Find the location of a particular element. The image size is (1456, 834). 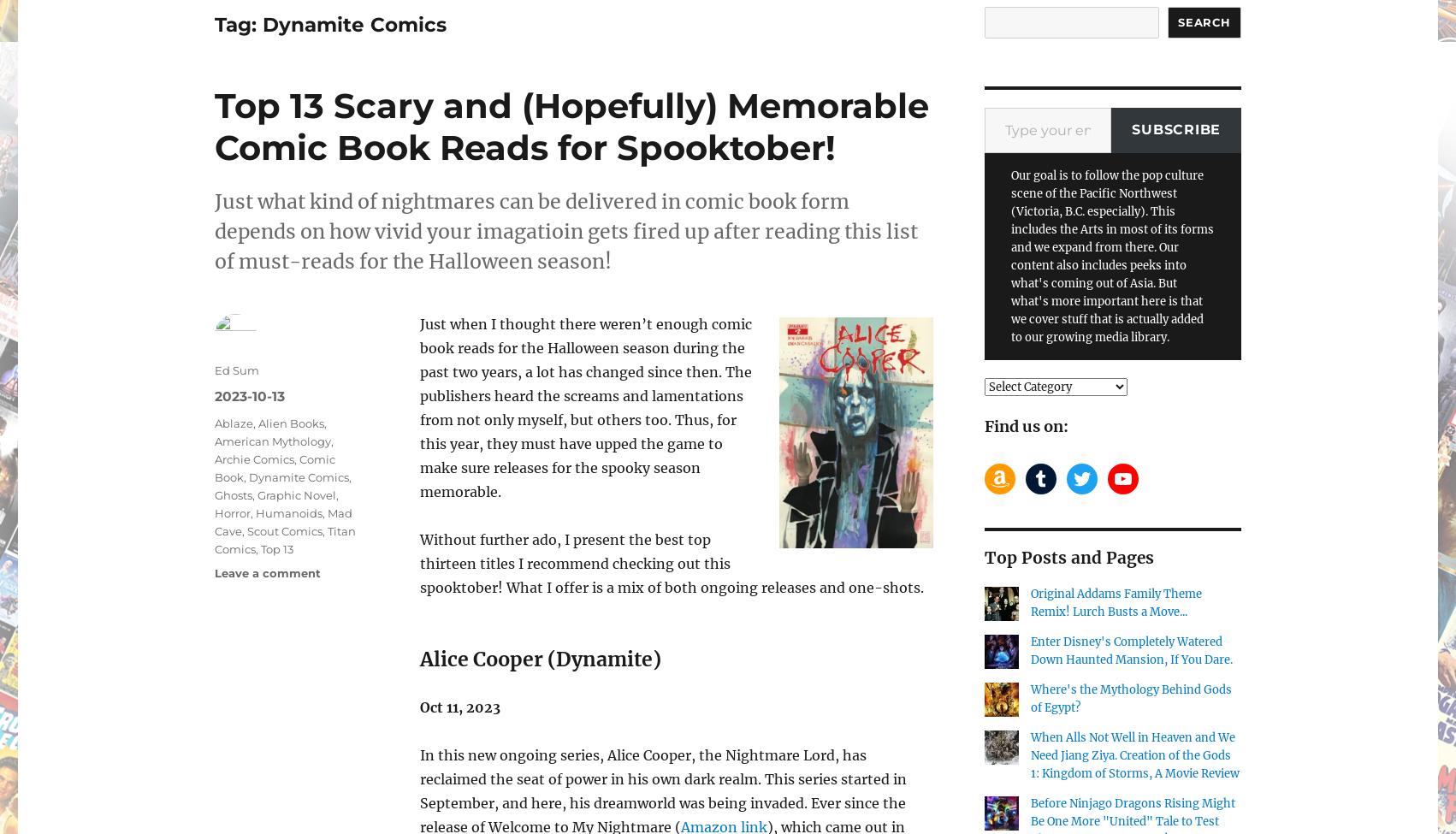

'Ablaze' is located at coordinates (233, 422).